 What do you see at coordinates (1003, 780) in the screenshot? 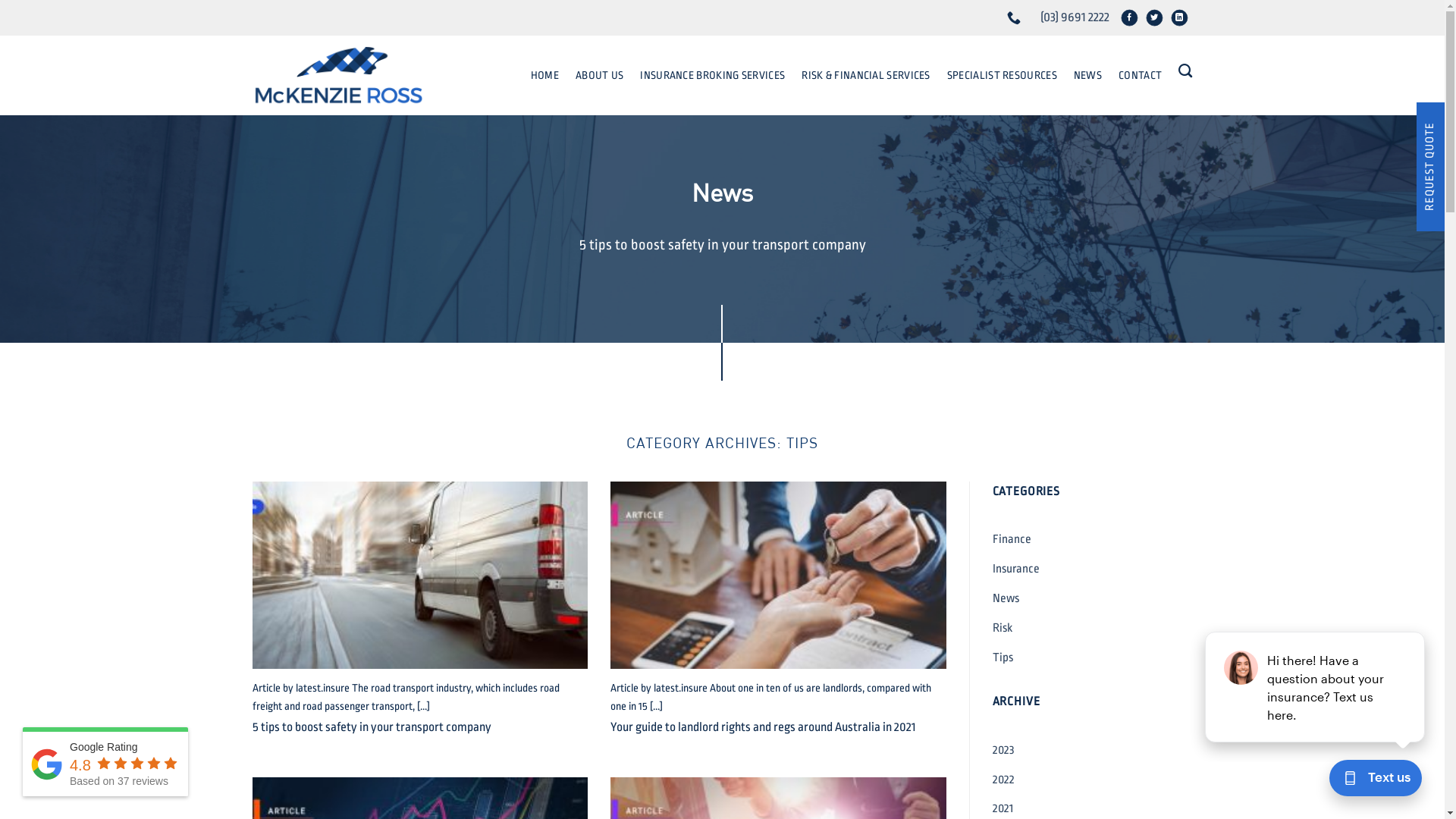
I see `'2022'` at bounding box center [1003, 780].